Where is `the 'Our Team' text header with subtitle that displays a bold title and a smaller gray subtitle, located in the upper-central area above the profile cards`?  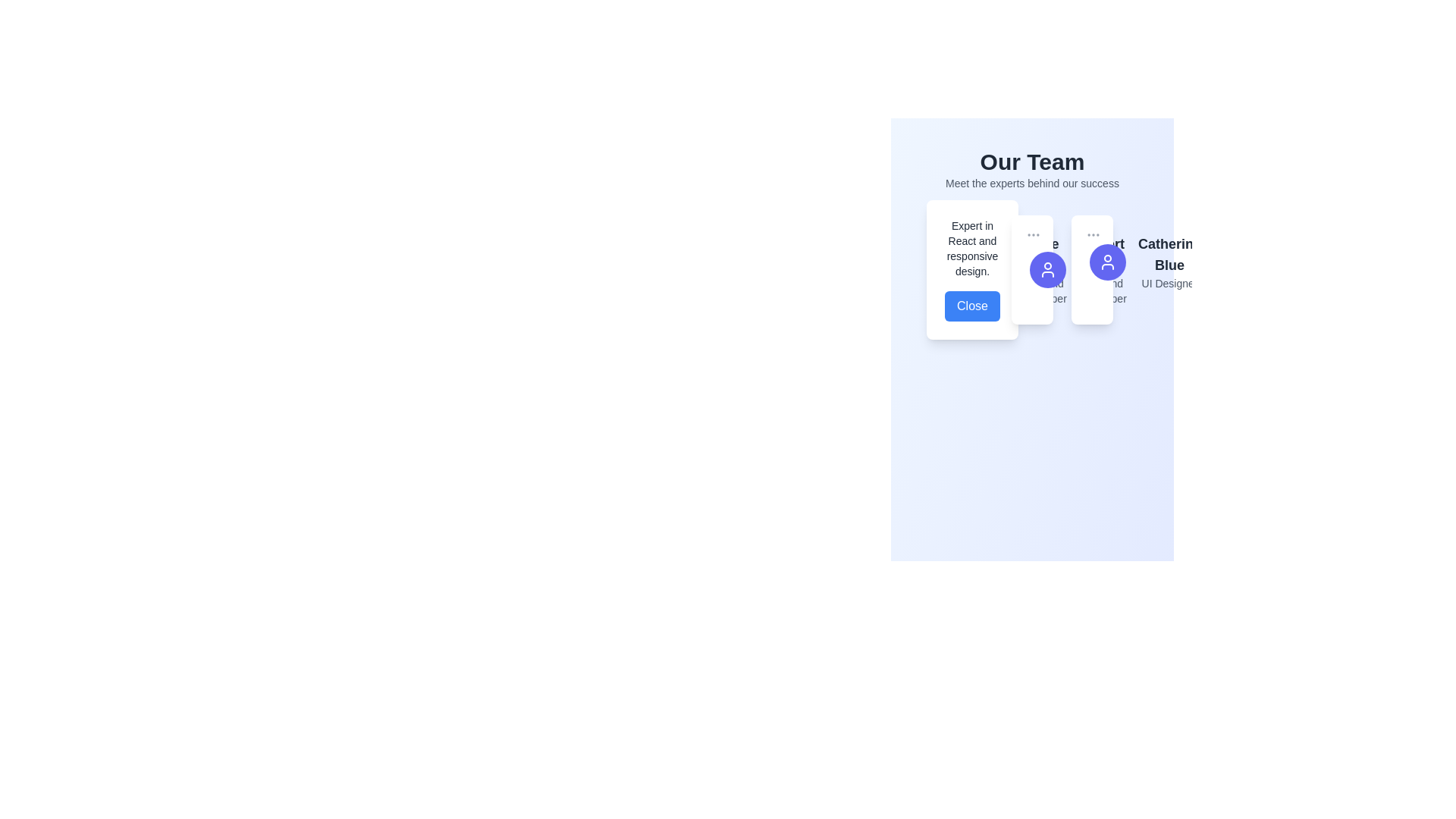 the 'Our Team' text header with subtitle that displays a bold title and a smaller gray subtitle, located in the upper-central area above the profile cards is located at coordinates (1031, 169).